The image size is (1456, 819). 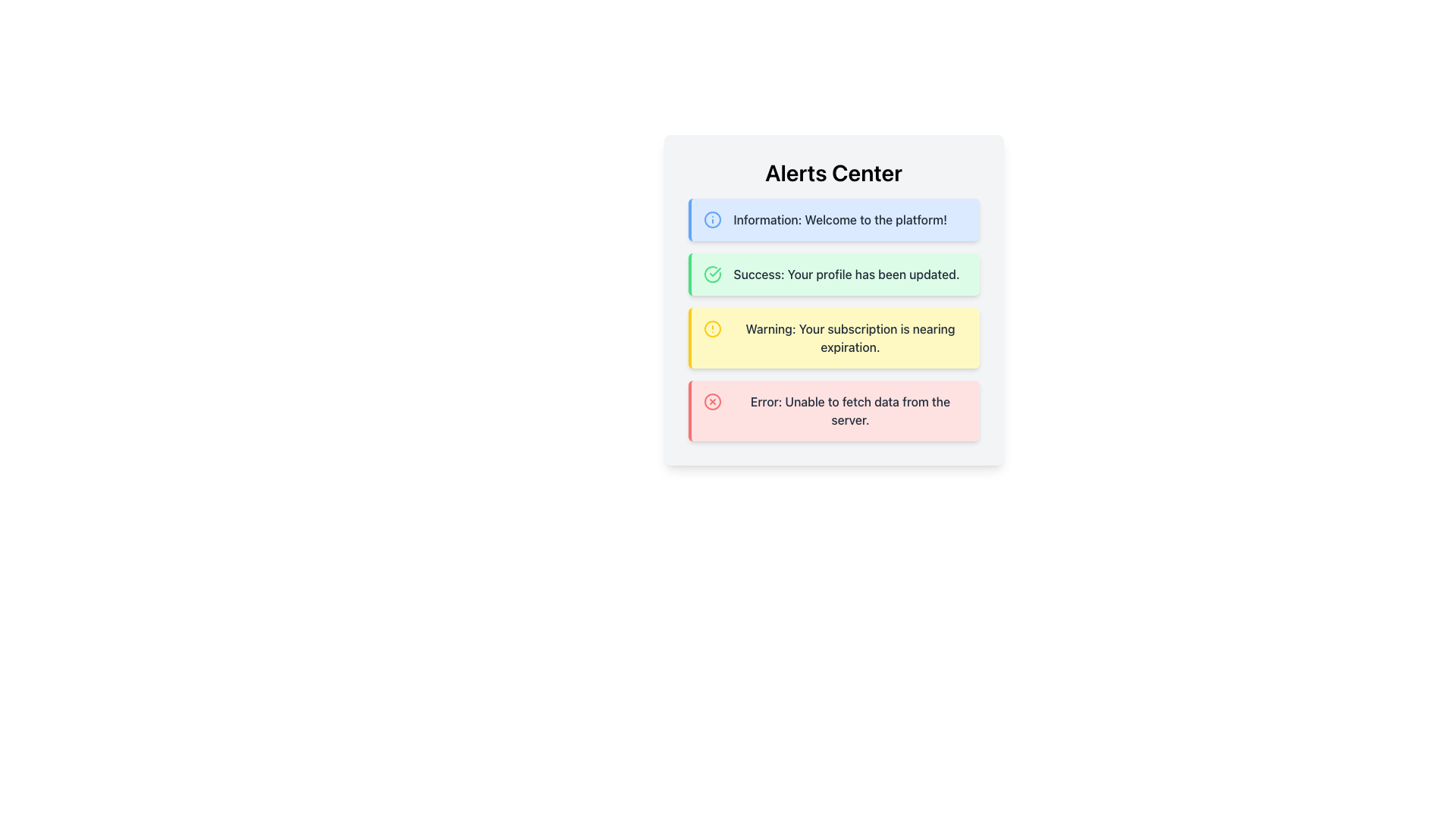 What do you see at coordinates (850, 337) in the screenshot?
I see `text content of the warning notification block, which alerts users about their subscription nearing expiration and is visually distinct with yellow styling, located as the third alert in a vertical stack of notifications` at bounding box center [850, 337].